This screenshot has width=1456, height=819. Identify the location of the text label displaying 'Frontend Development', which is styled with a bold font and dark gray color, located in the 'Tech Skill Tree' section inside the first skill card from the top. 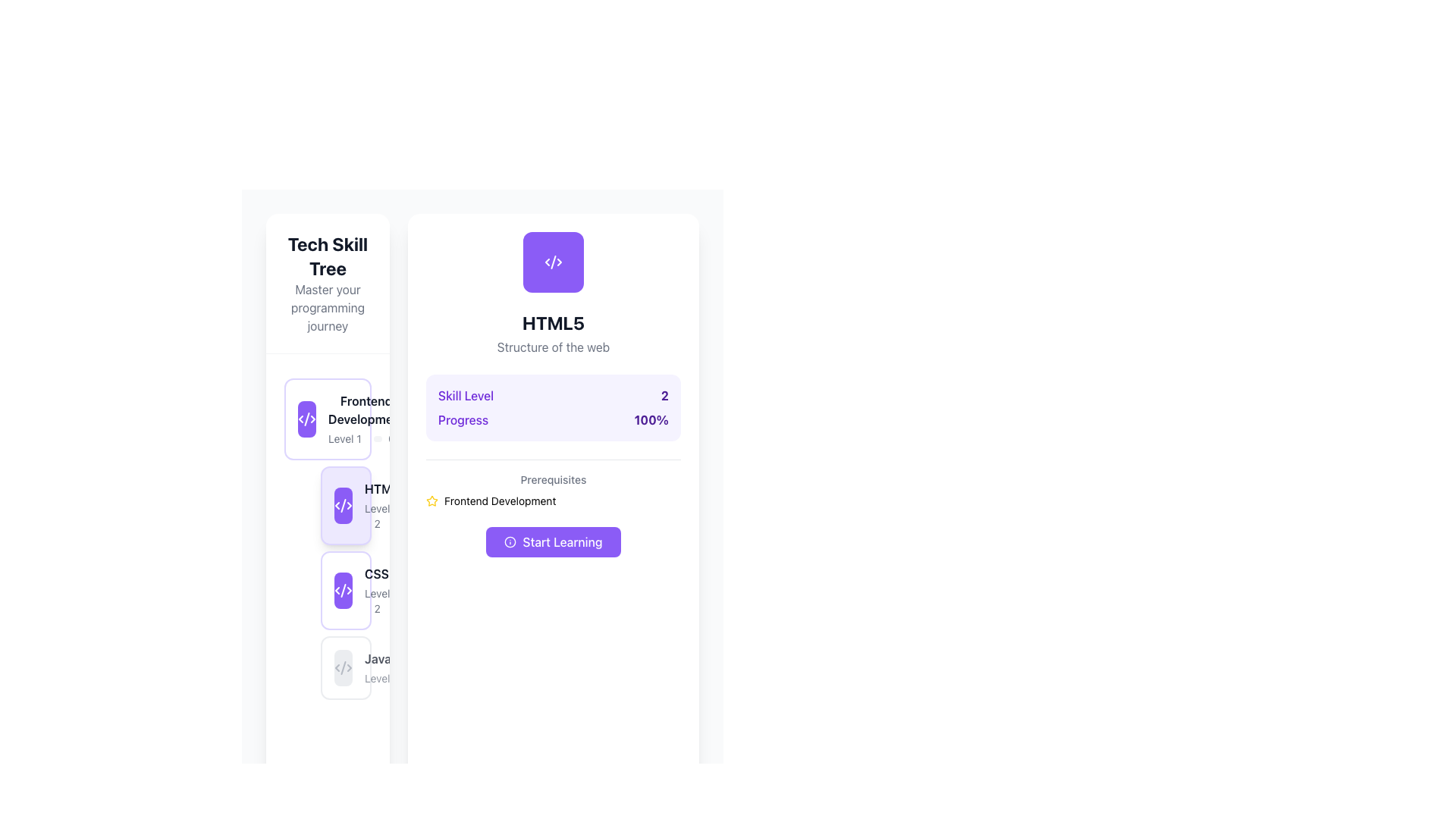
(366, 409).